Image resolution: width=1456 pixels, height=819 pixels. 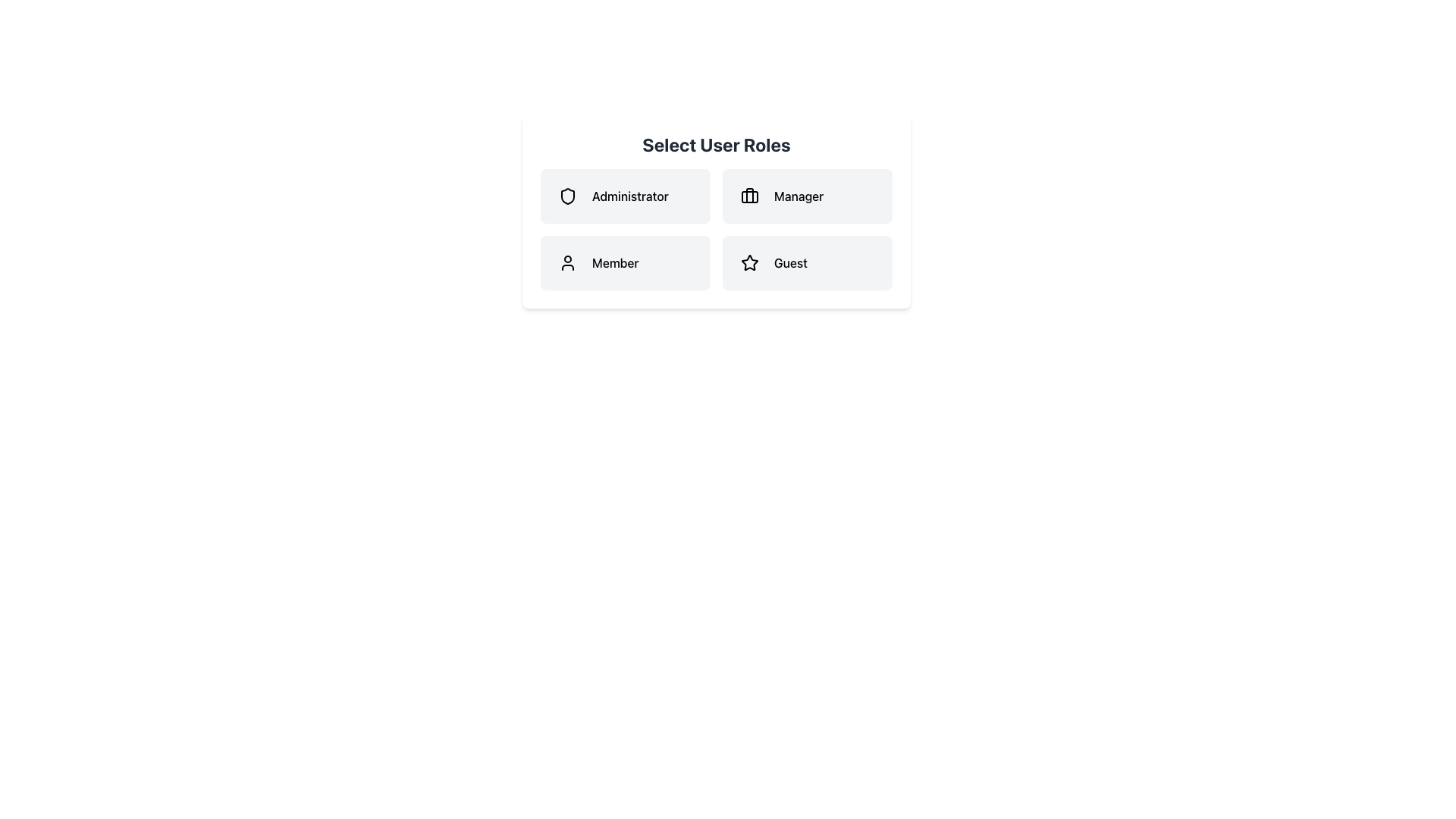 I want to click on the interactive card, so click(x=626, y=195).